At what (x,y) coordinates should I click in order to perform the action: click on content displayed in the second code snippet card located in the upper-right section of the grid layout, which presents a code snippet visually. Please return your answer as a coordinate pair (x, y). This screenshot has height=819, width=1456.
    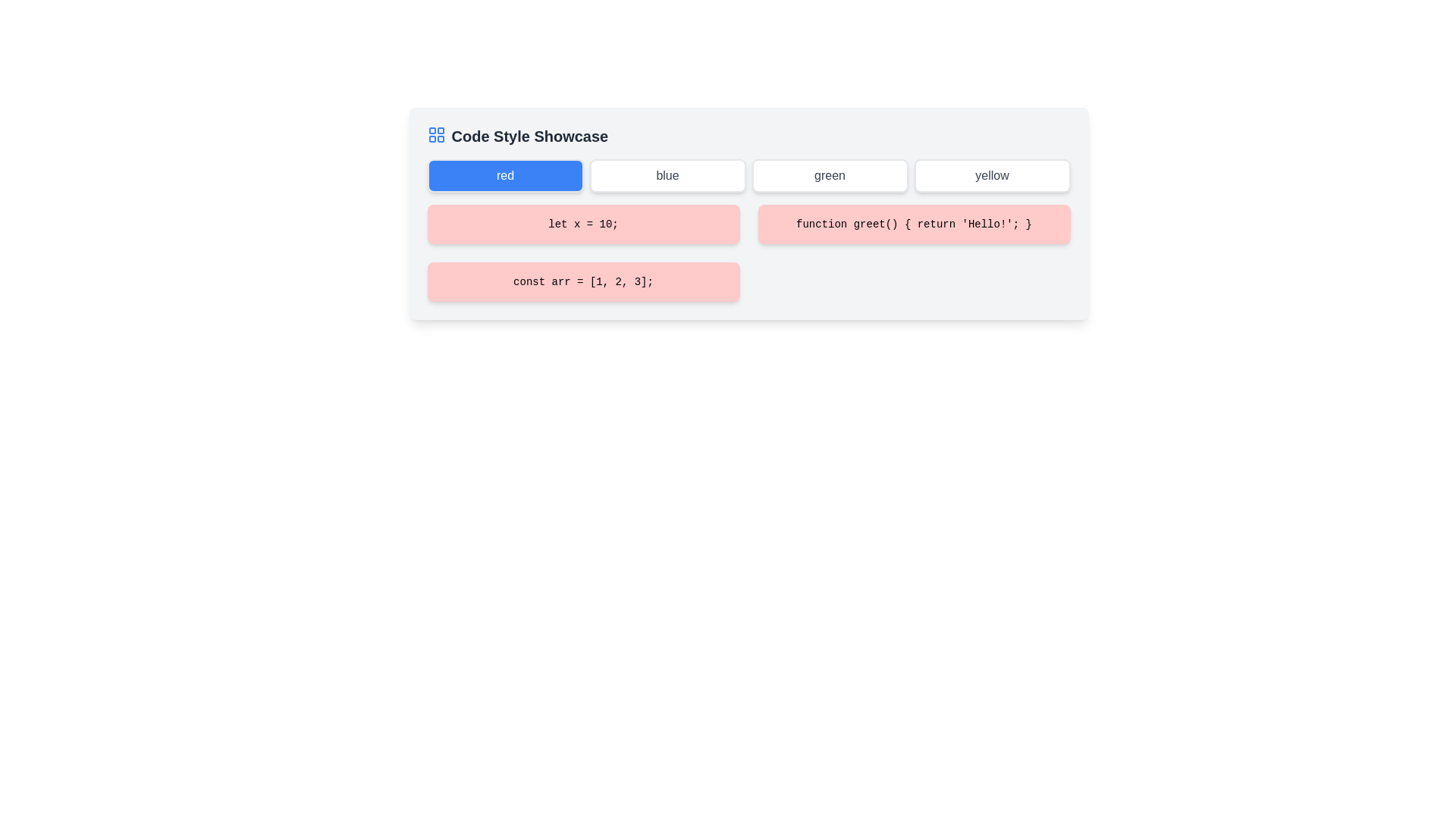
    Looking at the image, I should click on (913, 224).